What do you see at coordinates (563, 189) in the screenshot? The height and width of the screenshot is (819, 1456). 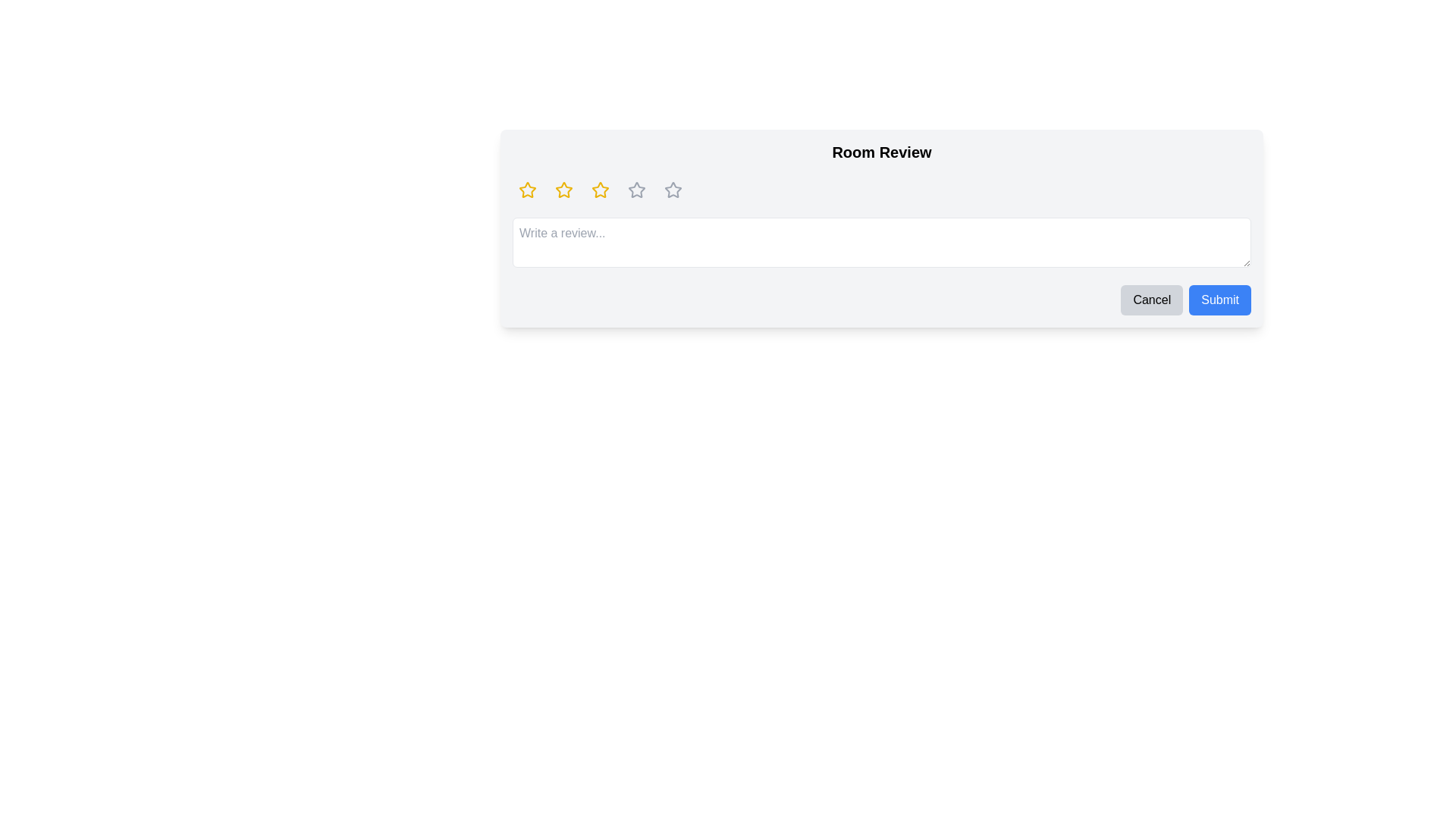 I see `the second star rating icon, which is outlined with a yellow color fill` at bounding box center [563, 189].